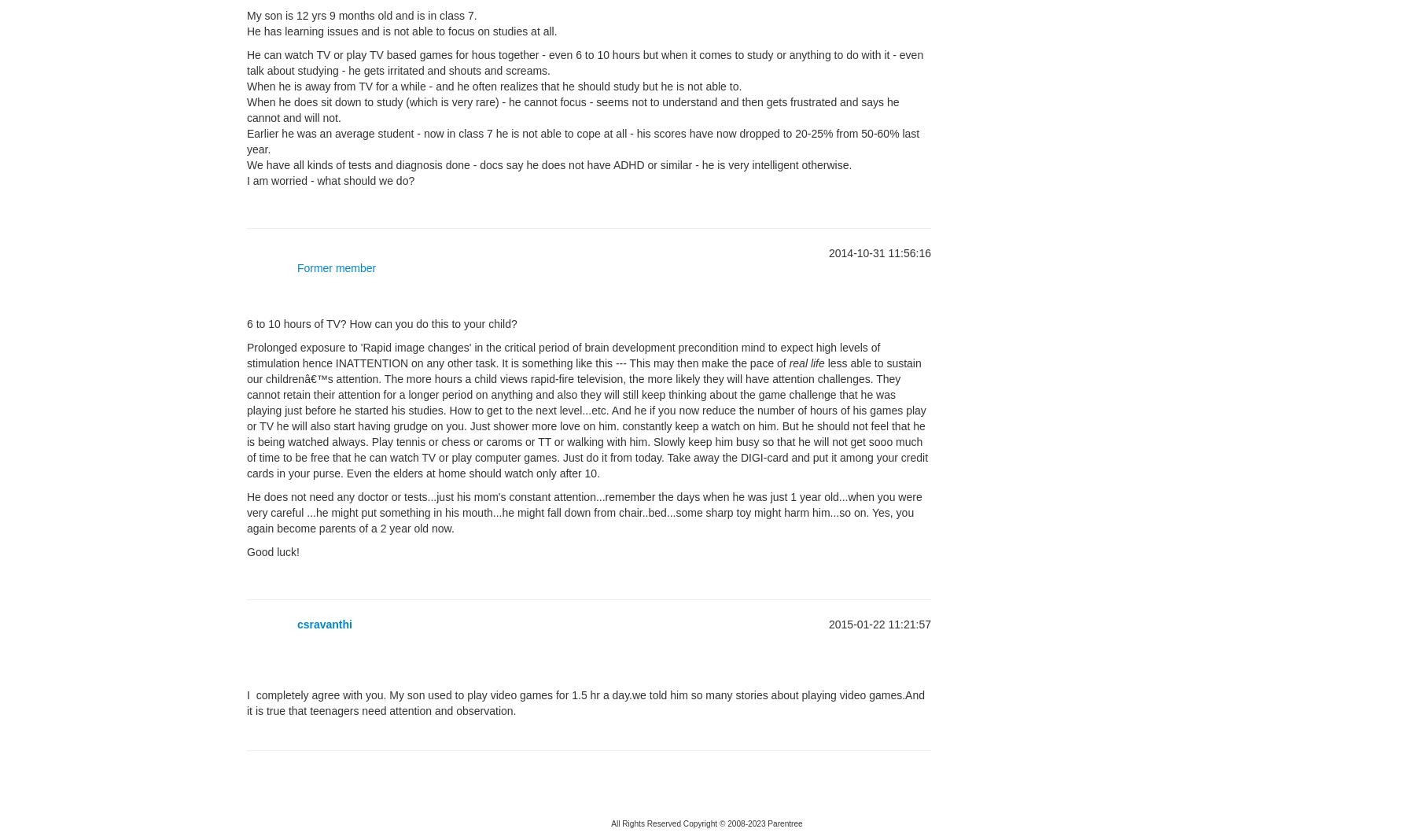  What do you see at coordinates (828, 252) in the screenshot?
I see `'2014-10-31 11:56:16'` at bounding box center [828, 252].